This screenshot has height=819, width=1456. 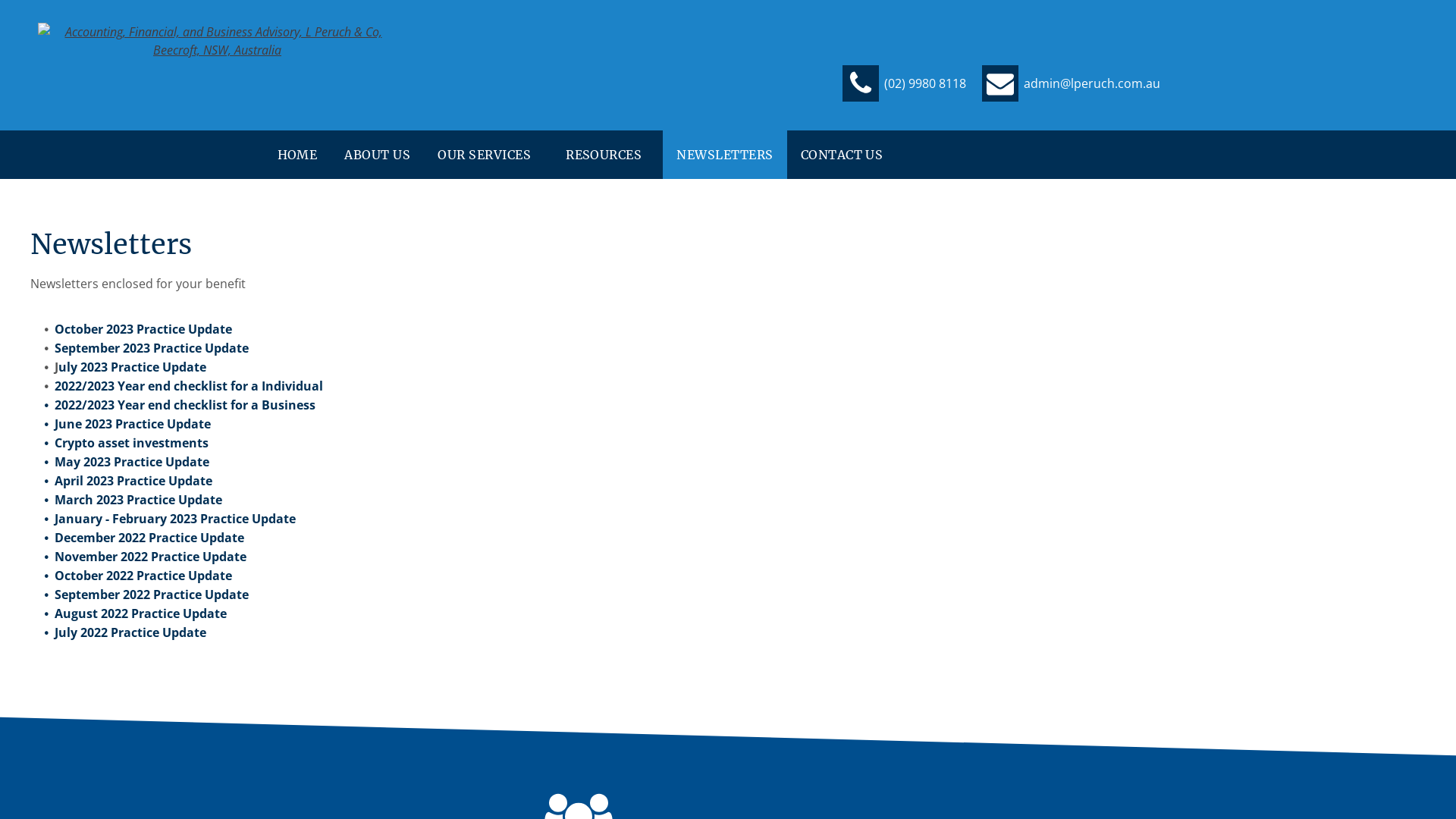 What do you see at coordinates (132, 366) in the screenshot?
I see `'uly 2023 Practice Update'` at bounding box center [132, 366].